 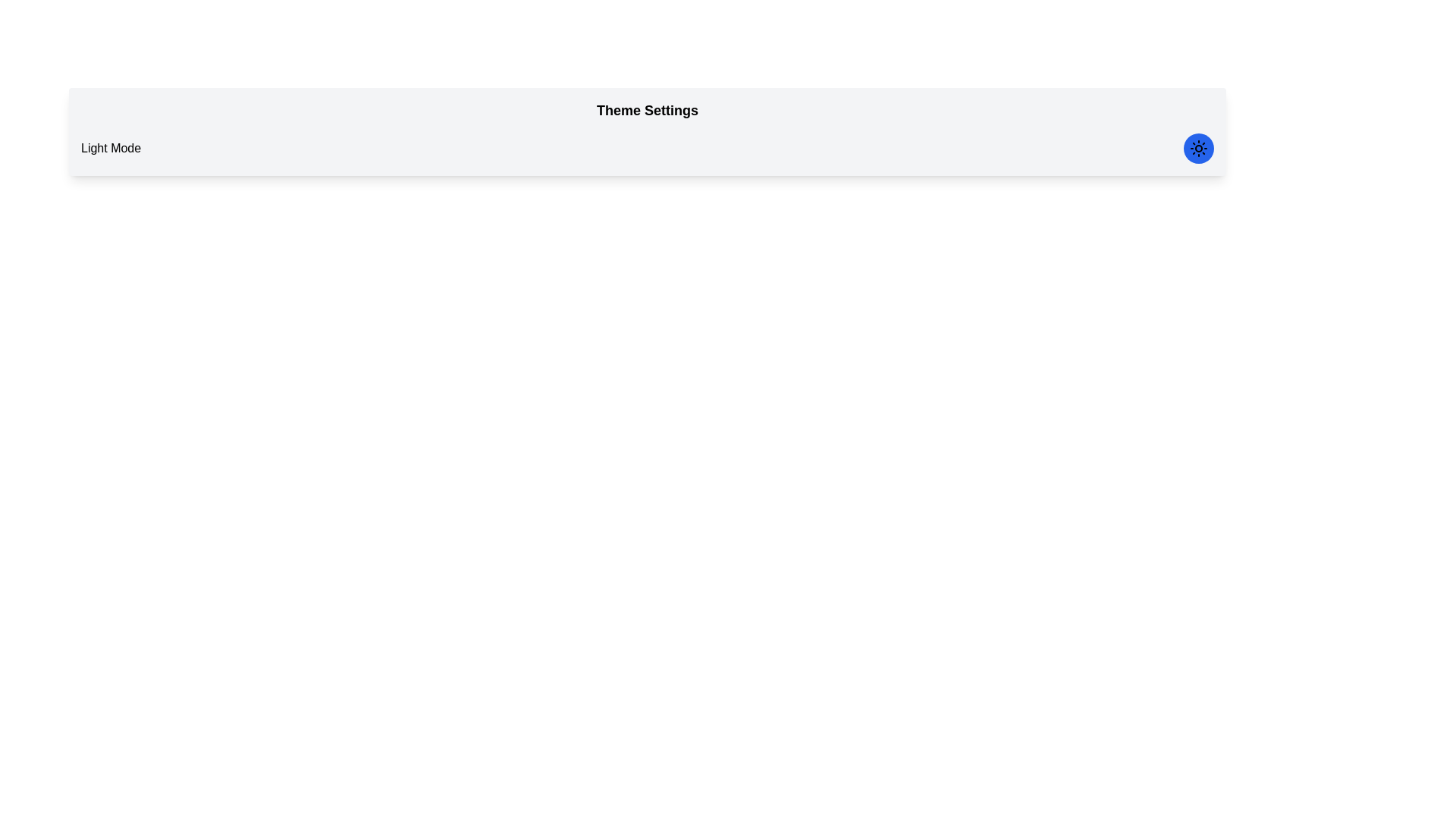 What do you see at coordinates (110, 149) in the screenshot?
I see `text label that says 'Light Mode', which is positioned on the left side of the navigation bar with black text on a light gray background` at bounding box center [110, 149].